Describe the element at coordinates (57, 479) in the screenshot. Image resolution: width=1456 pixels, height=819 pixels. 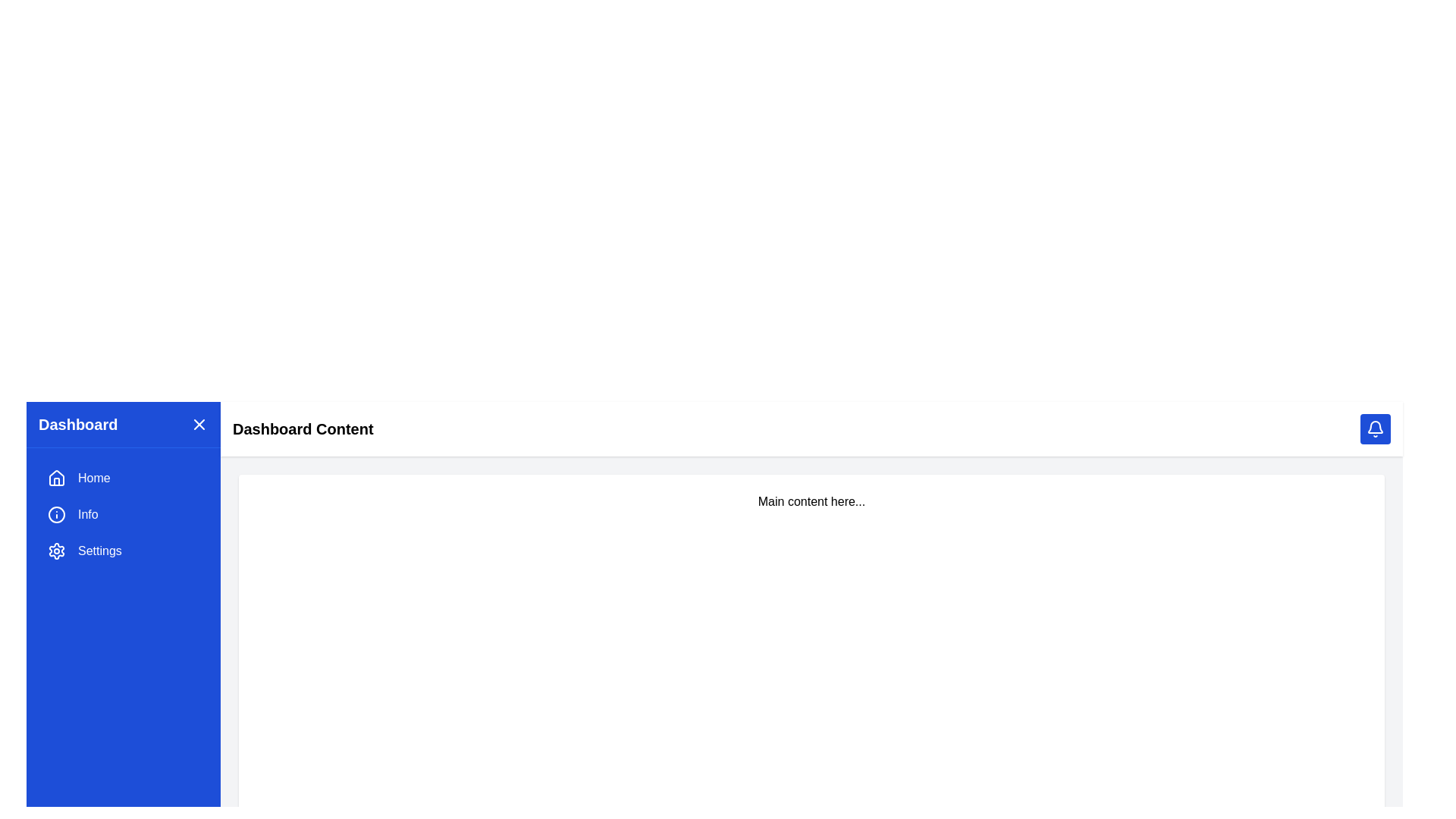
I see `the house-shaped icon in the left navigation panel, next to the 'Home' text` at that location.